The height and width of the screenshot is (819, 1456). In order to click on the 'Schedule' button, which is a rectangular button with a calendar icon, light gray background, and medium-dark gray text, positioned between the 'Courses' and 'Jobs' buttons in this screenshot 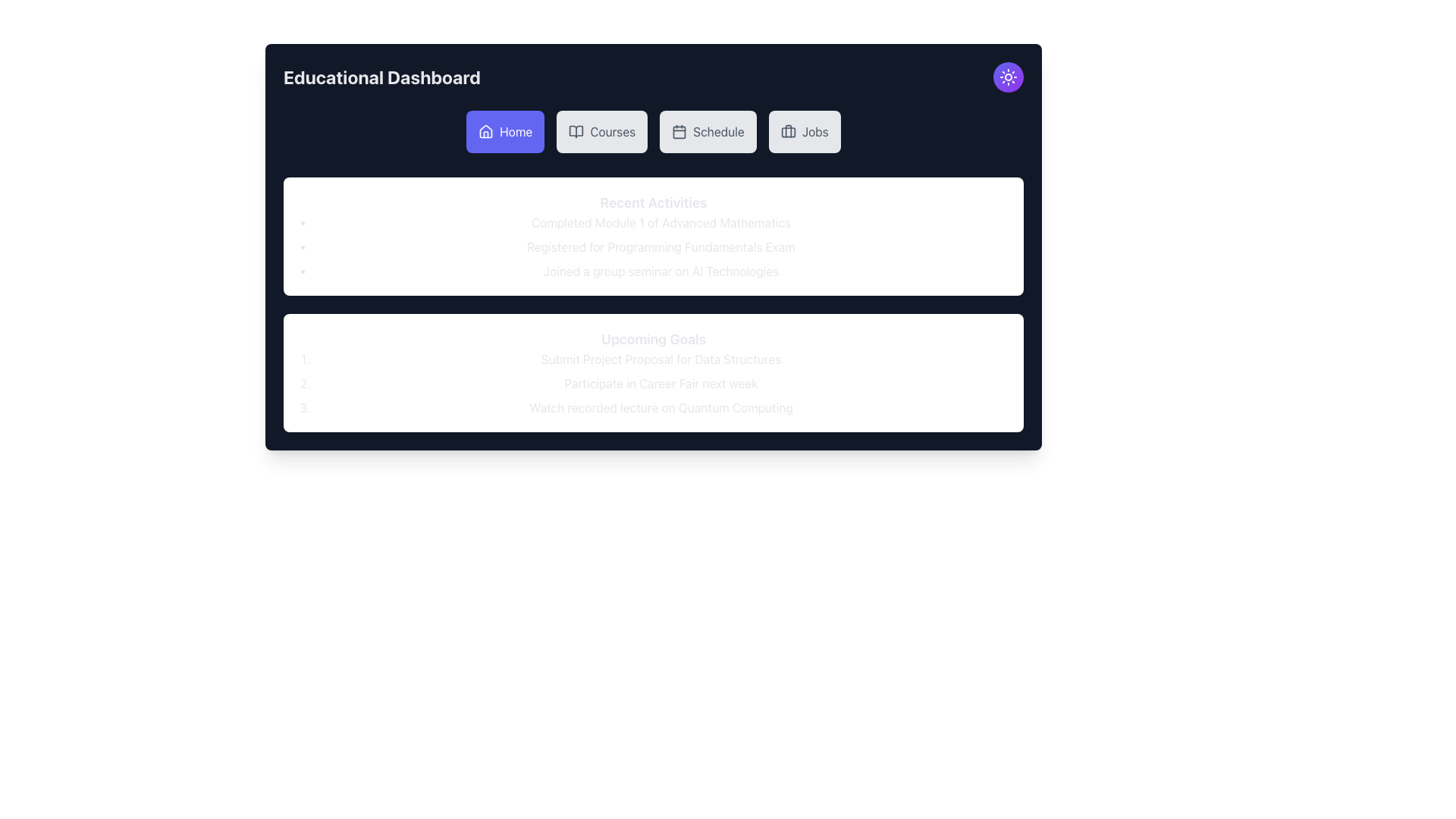, I will do `click(708, 130)`.